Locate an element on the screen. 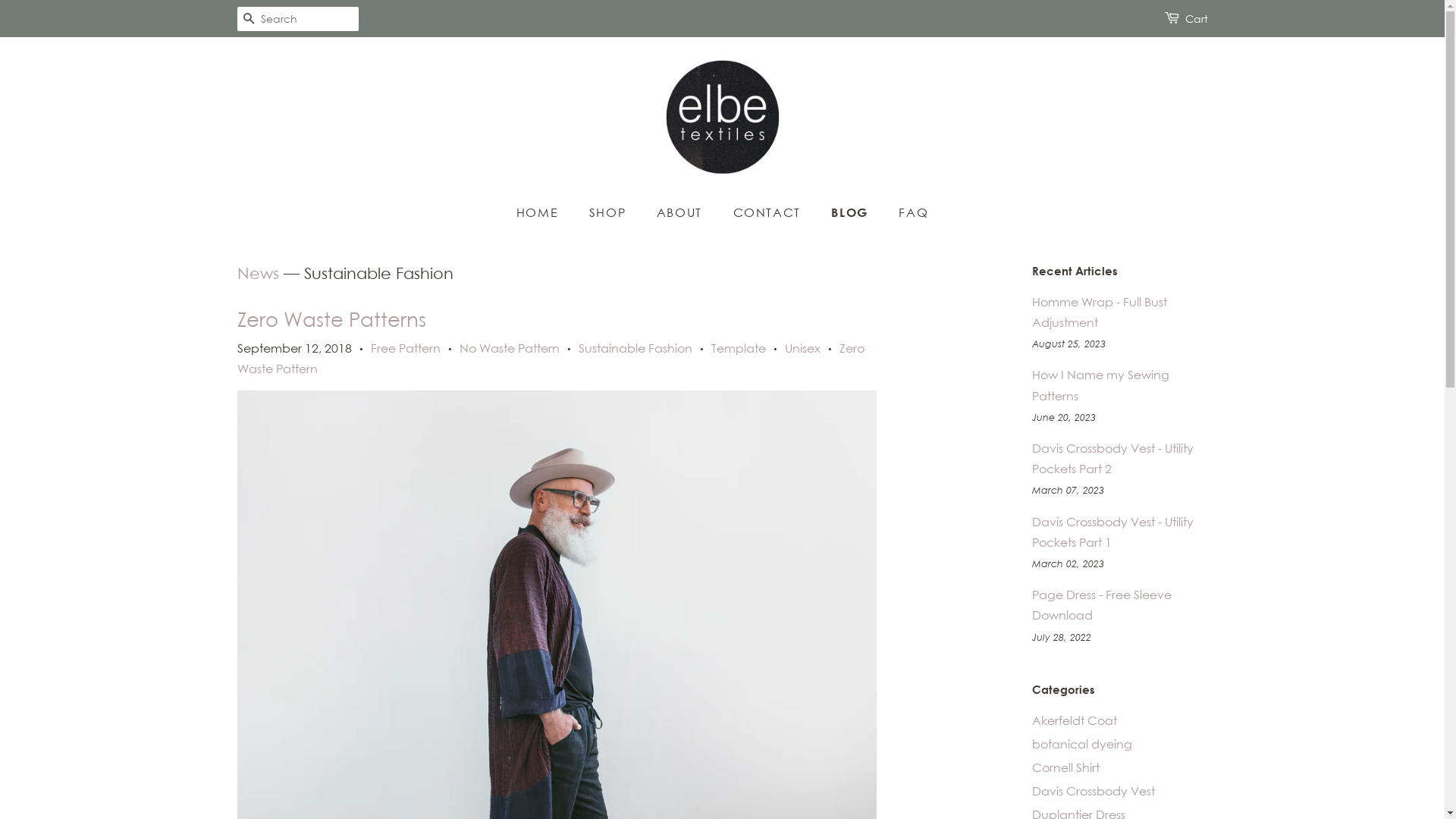 The height and width of the screenshot is (819, 1456). 'Template' is located at coordinates (739, 348).